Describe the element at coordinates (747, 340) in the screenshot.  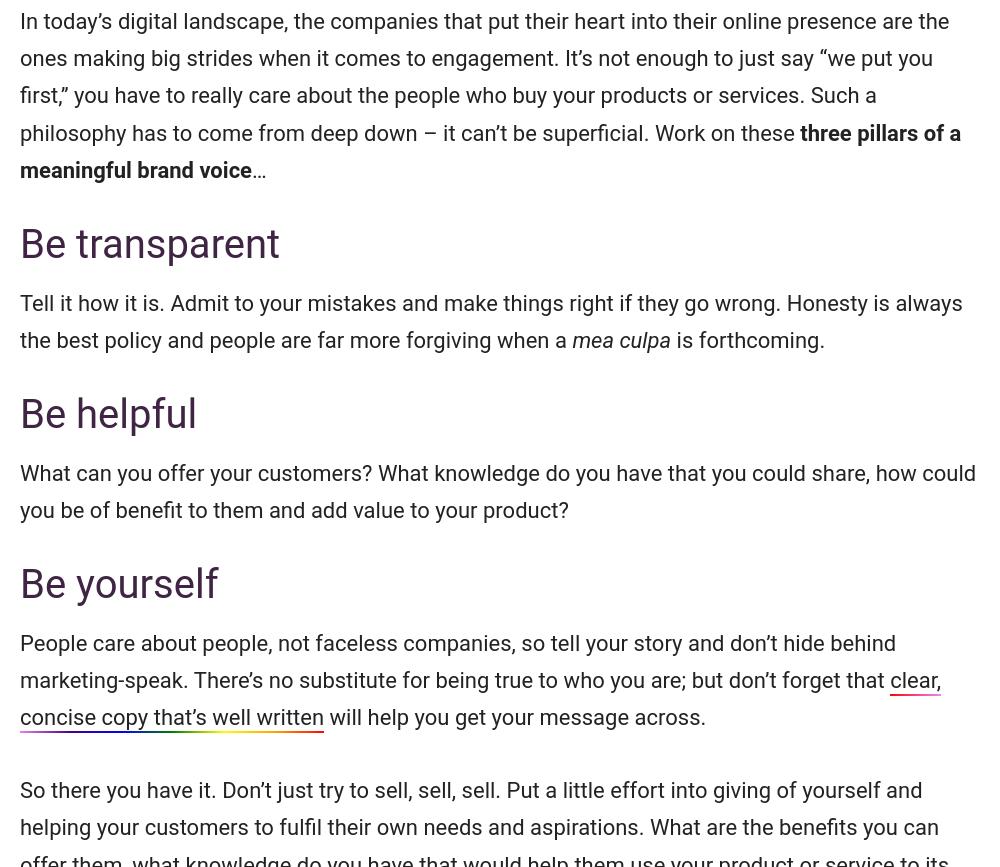
I see `'is forthcoming.'` at that location.